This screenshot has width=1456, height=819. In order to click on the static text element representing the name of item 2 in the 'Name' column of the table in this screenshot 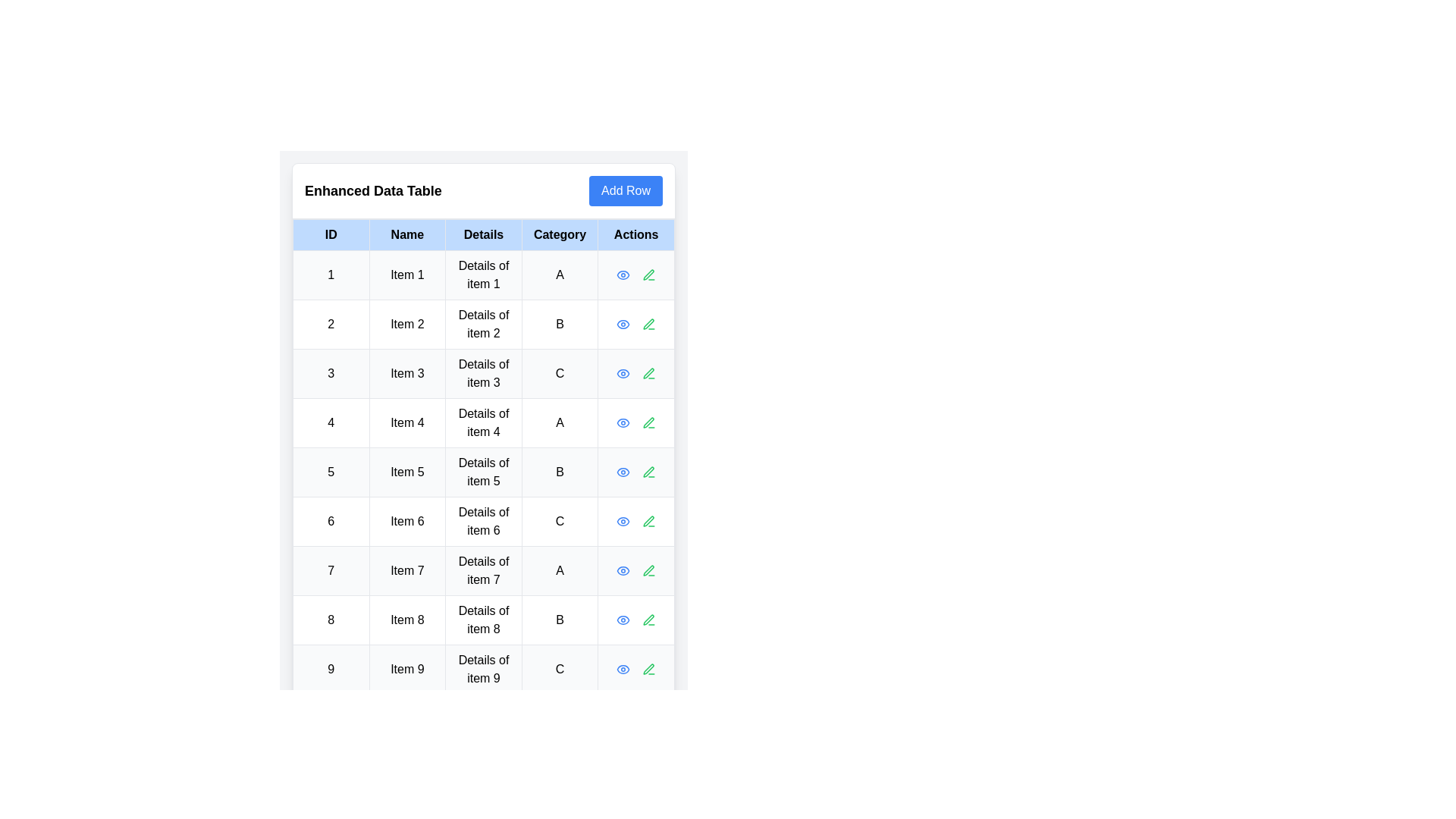, I will do `click(407, 324)`.